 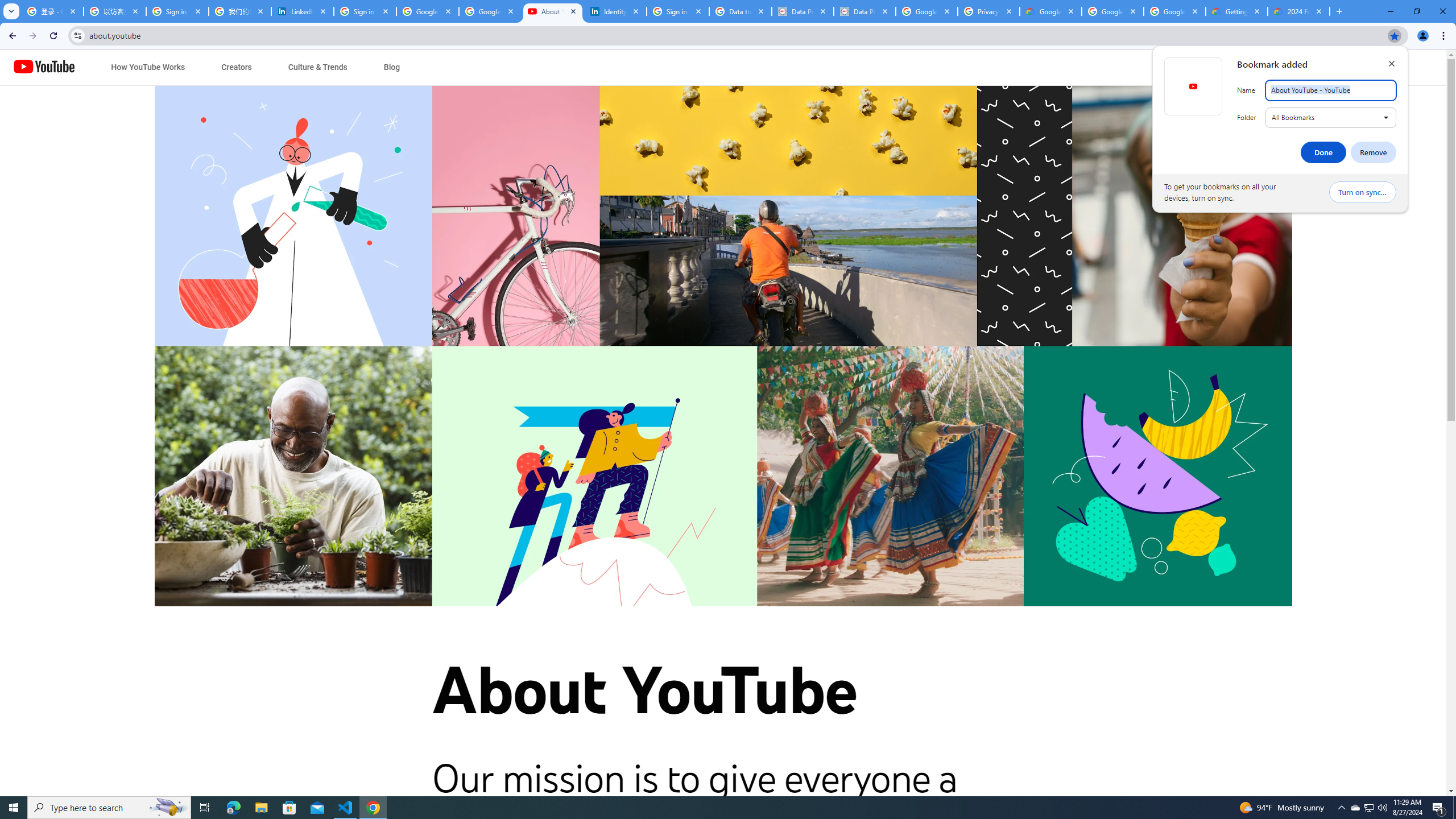 I want to click on 'Data Privacy Framework', so click(x=864, y=11).